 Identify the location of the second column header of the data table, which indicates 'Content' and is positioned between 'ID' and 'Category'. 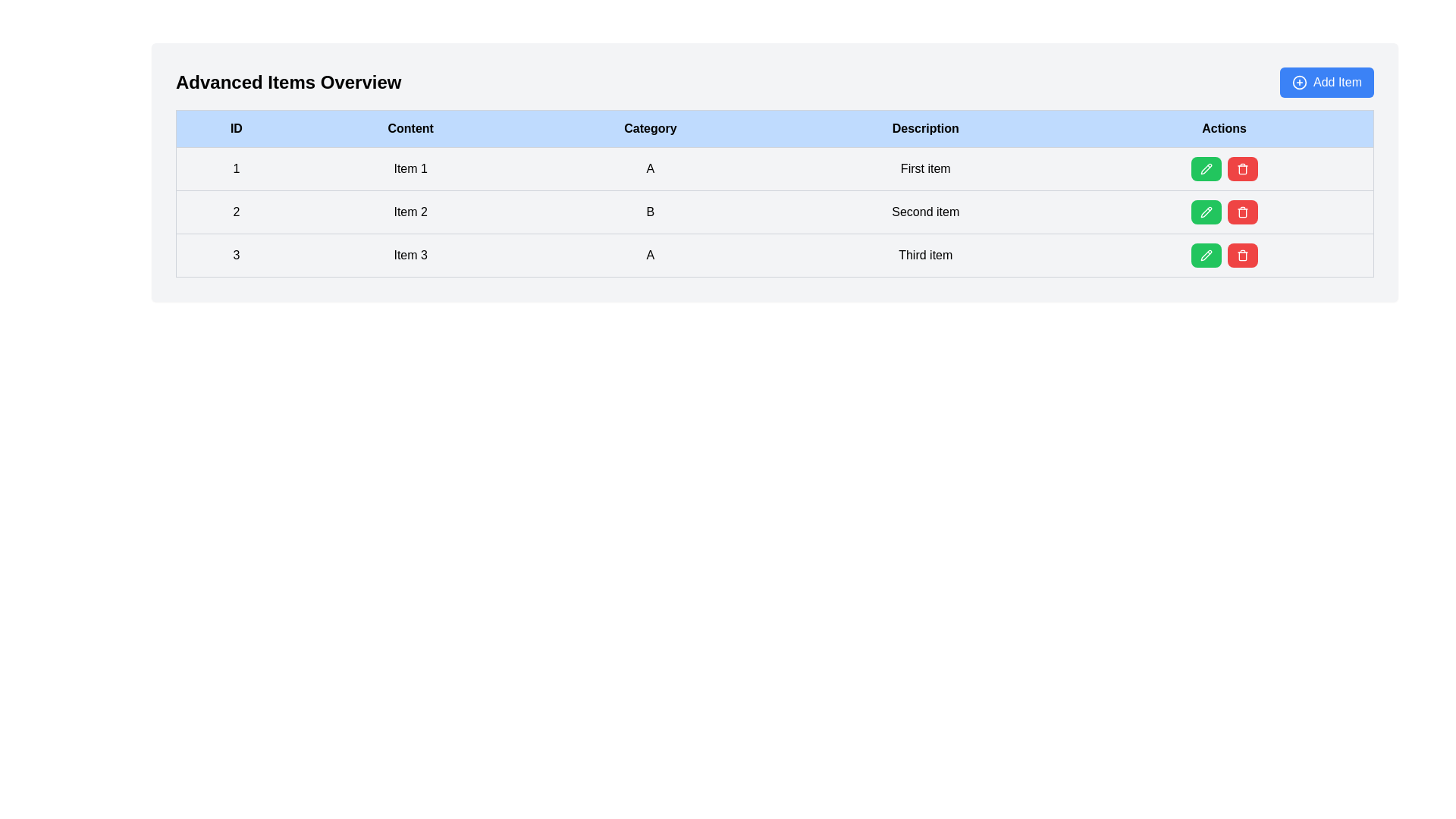
(410, 127).